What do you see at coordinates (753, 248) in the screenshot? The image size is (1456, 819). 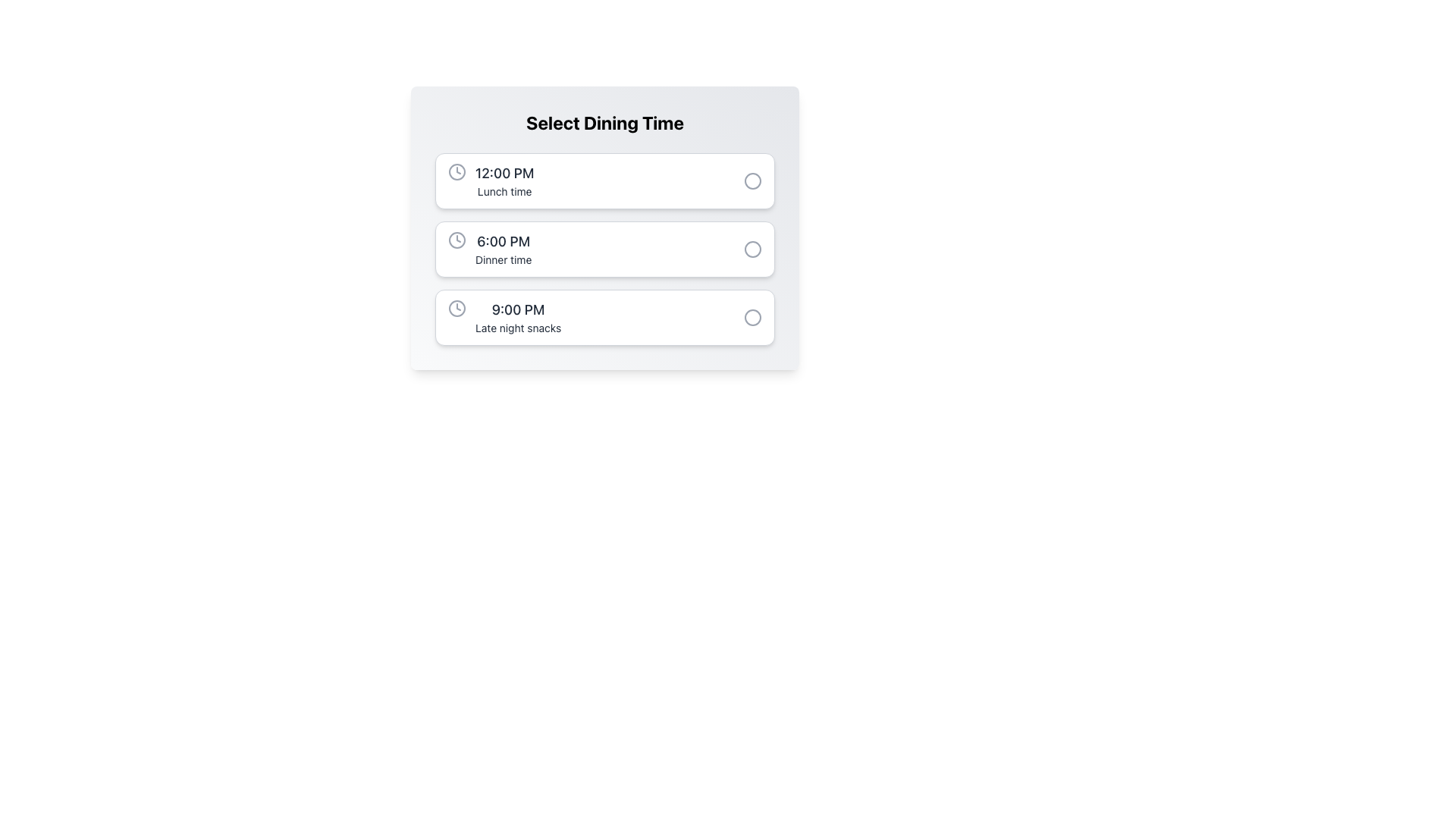 I see `the SVG circular control styled as a hollow circle with a gray stroke, located to the right of the '6:00 PM Dinner time' text` at bounding box center [753, 248].